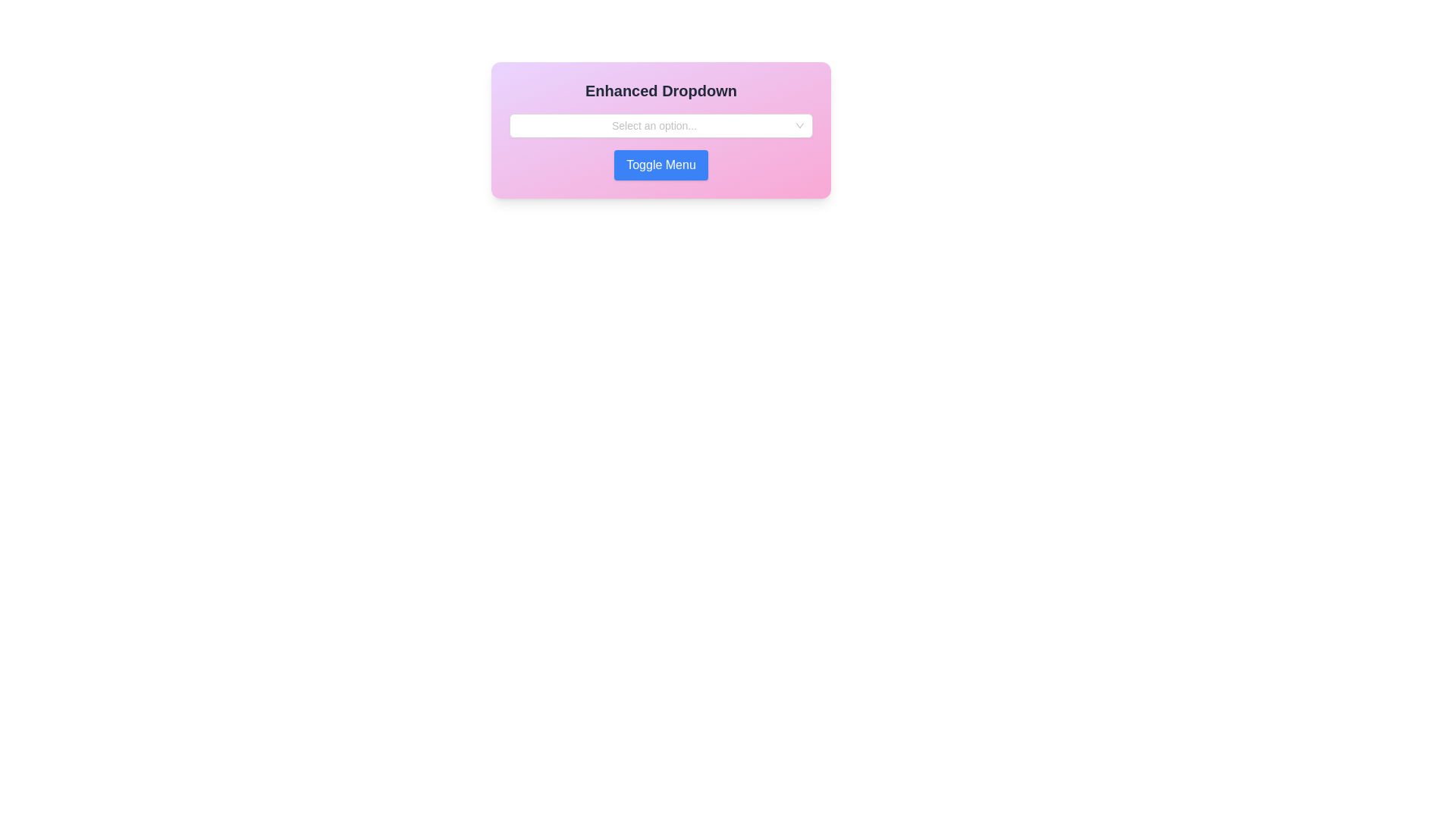  What do you see at coordinates (661, 124) in the screenshot?
I see `the dropdown input component styled with a white background and a placeholder text 'Select an option...' using the Tab key` at bounding box center [661, 124].